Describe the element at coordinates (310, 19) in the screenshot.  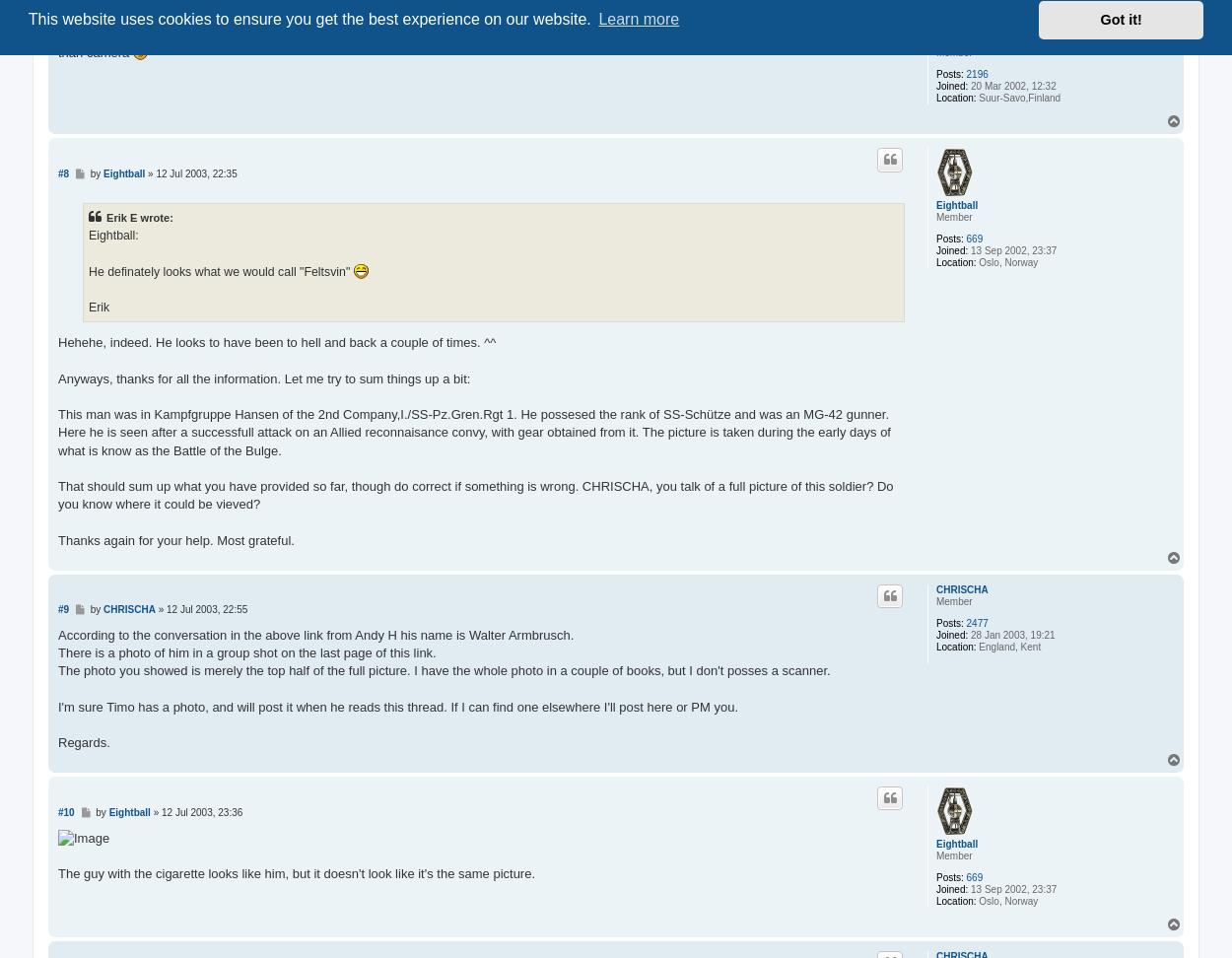
I see `'This website uses cookies to ensure you get the best experience on our website.'` at that location.